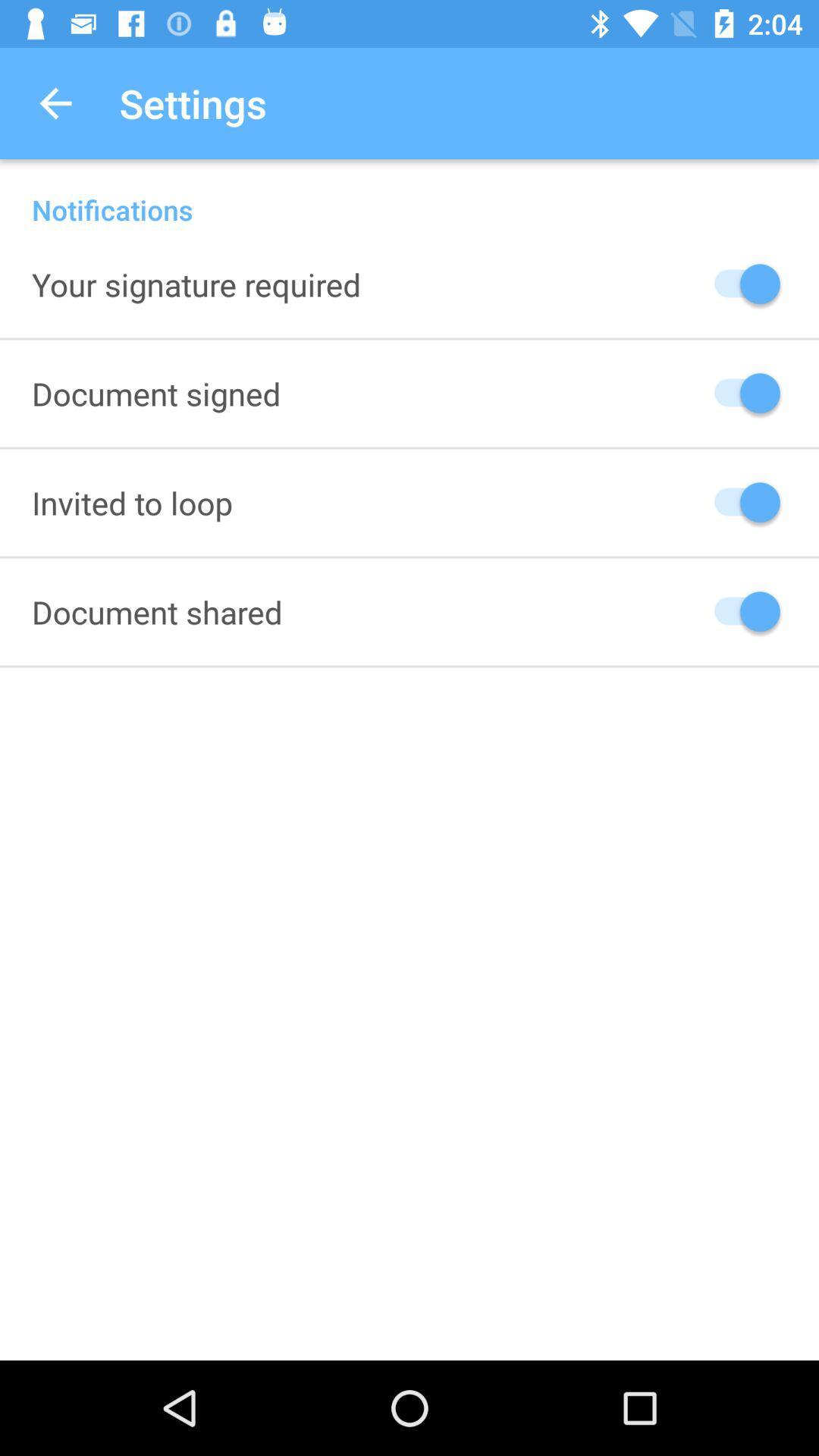  I want to click on the item above the invited to loop icon, so click(156, 393).